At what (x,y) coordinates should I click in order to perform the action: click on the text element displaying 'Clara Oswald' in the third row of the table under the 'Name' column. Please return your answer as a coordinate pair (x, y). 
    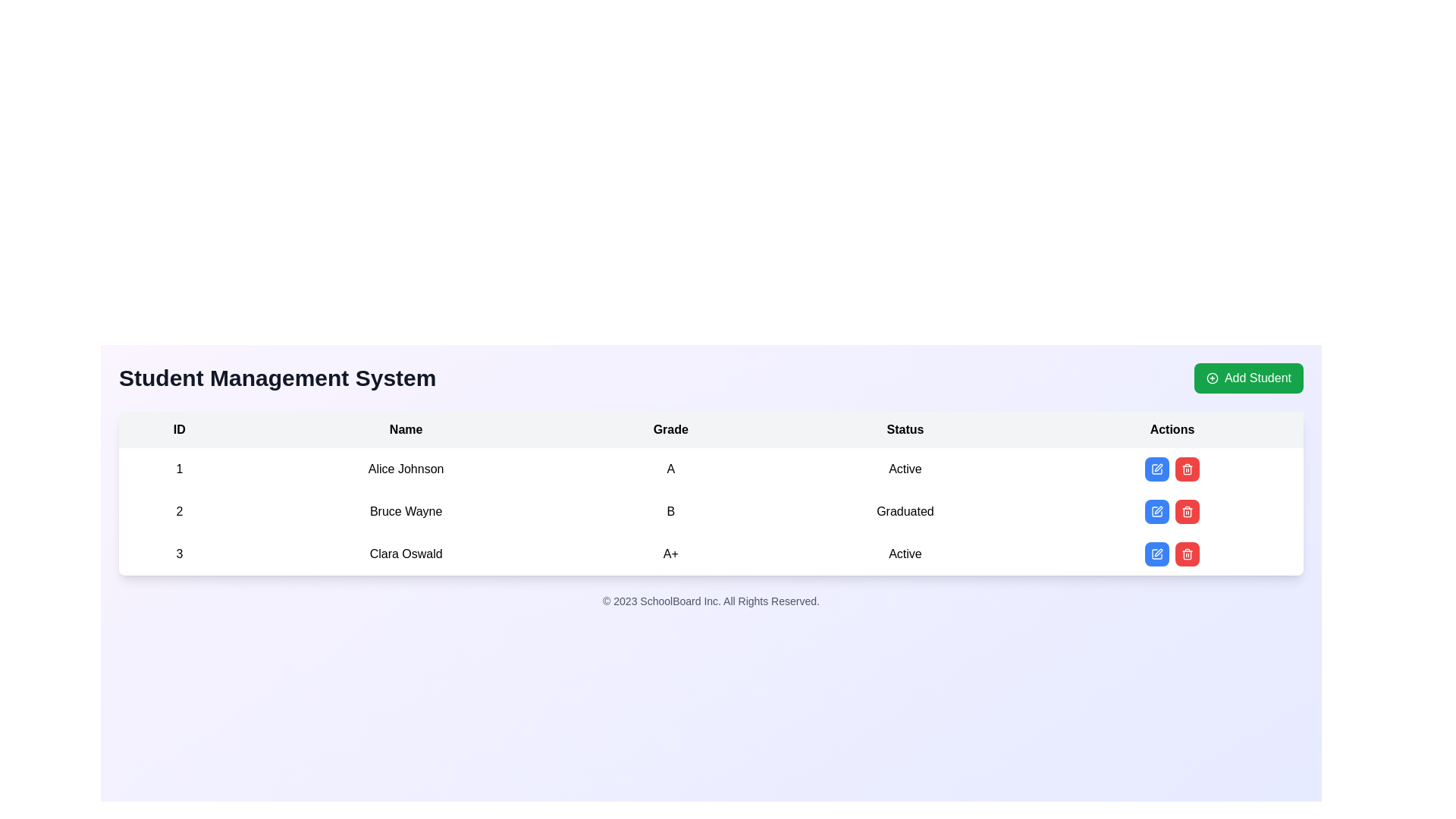
    Looking at the image, I should click on (406, 554).